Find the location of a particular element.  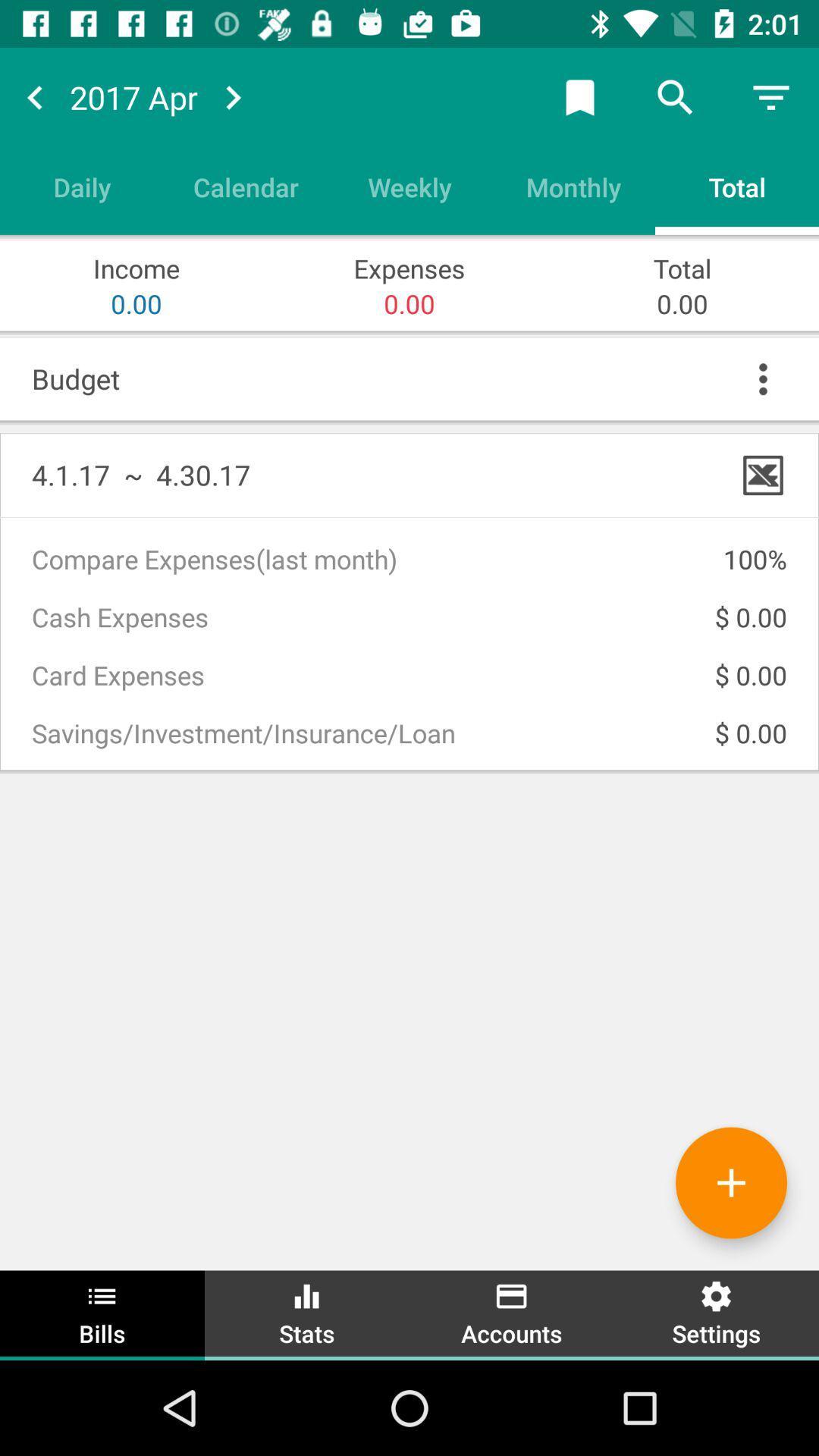

item to the left of calendar is located at coordinates (82, 186).